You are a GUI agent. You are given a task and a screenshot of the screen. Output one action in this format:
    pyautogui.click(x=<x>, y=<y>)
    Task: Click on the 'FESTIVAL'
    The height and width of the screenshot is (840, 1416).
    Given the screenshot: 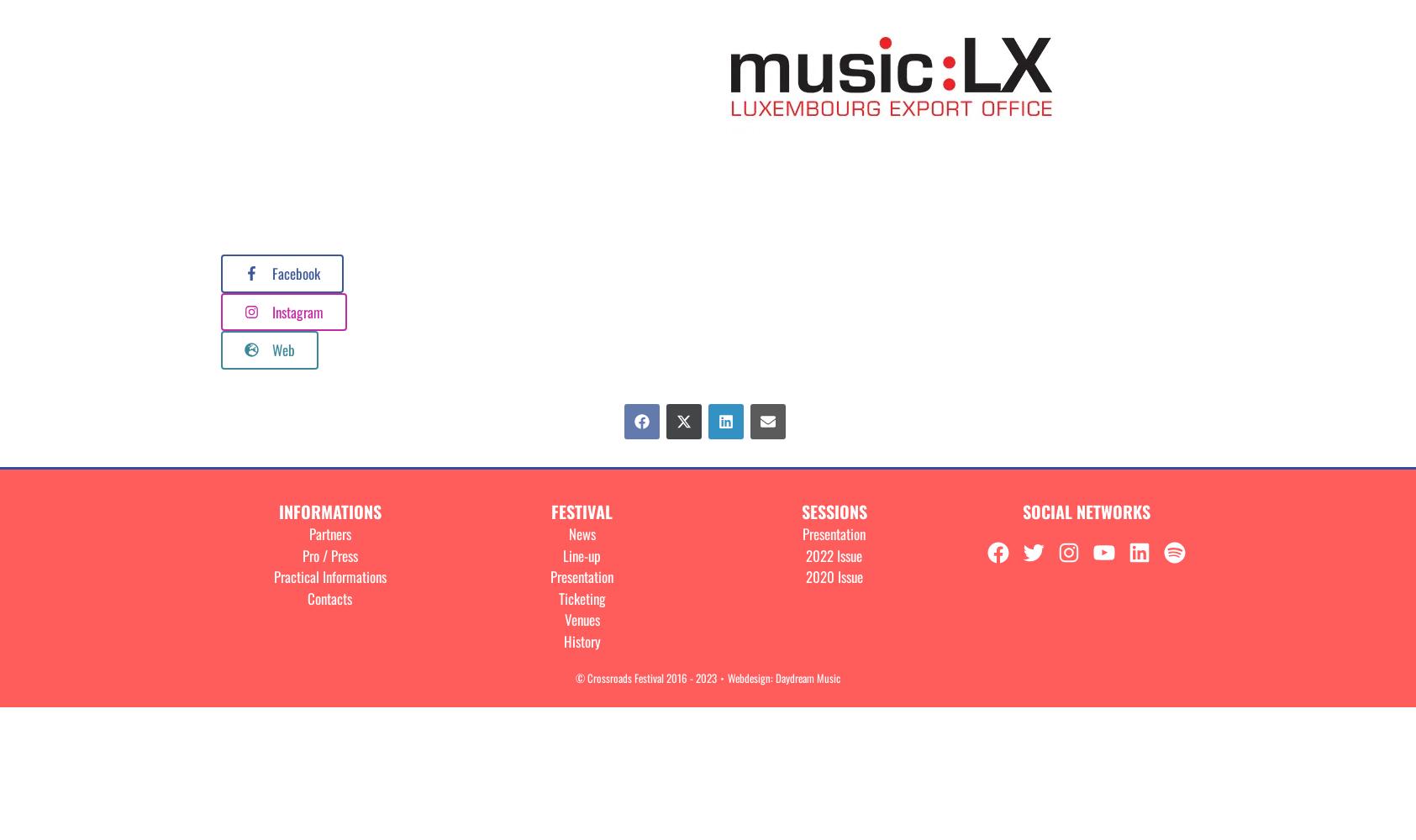 What is the action you would take?
    pyautogui.click(x=581, y=511)
    